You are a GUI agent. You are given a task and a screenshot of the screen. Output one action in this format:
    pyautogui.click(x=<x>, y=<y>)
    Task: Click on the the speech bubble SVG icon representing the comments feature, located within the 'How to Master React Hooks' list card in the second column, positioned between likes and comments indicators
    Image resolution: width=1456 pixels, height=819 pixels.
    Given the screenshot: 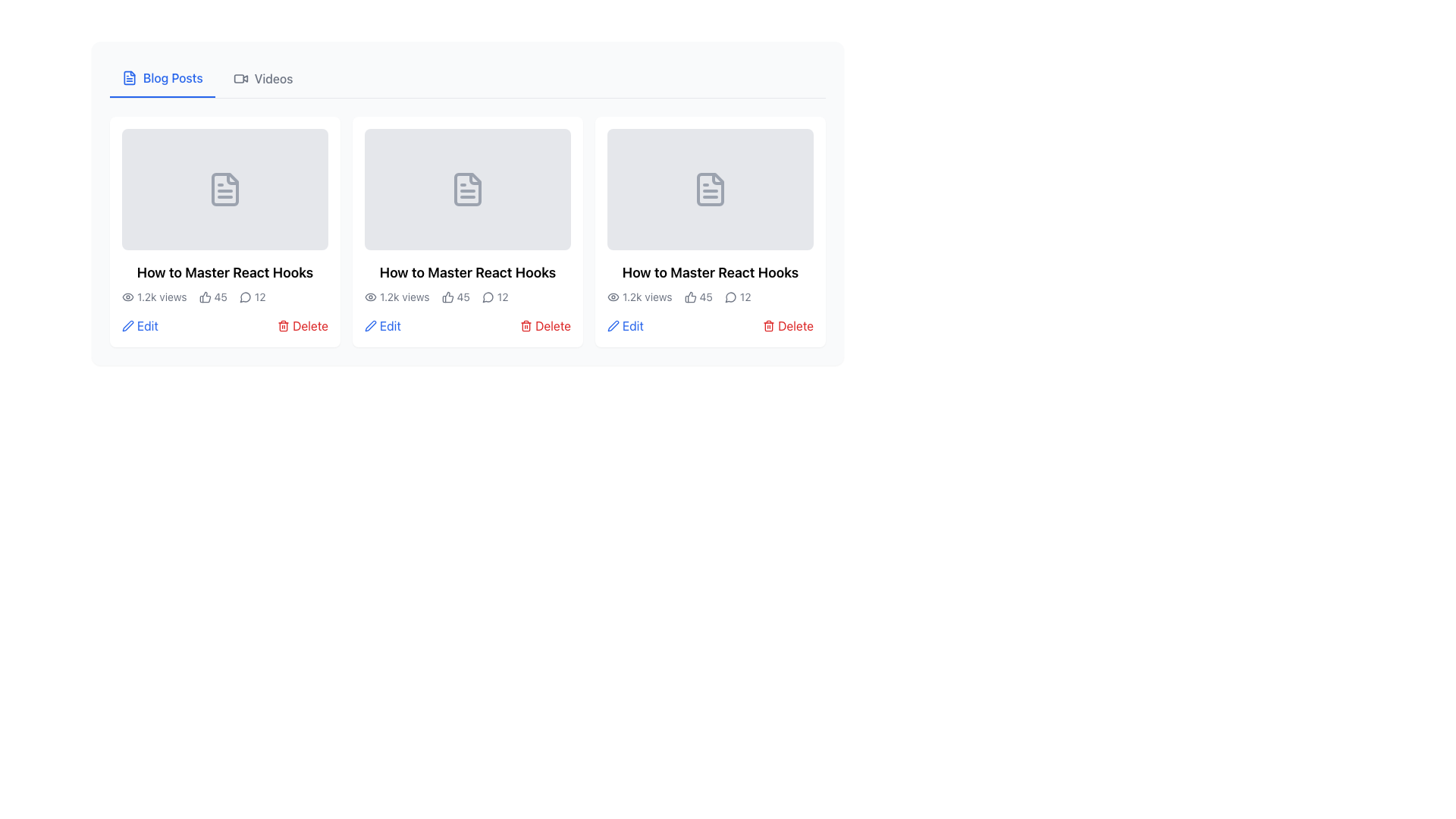 What is the action you would take?
    pyautogui.click(x=488, y=297)
    